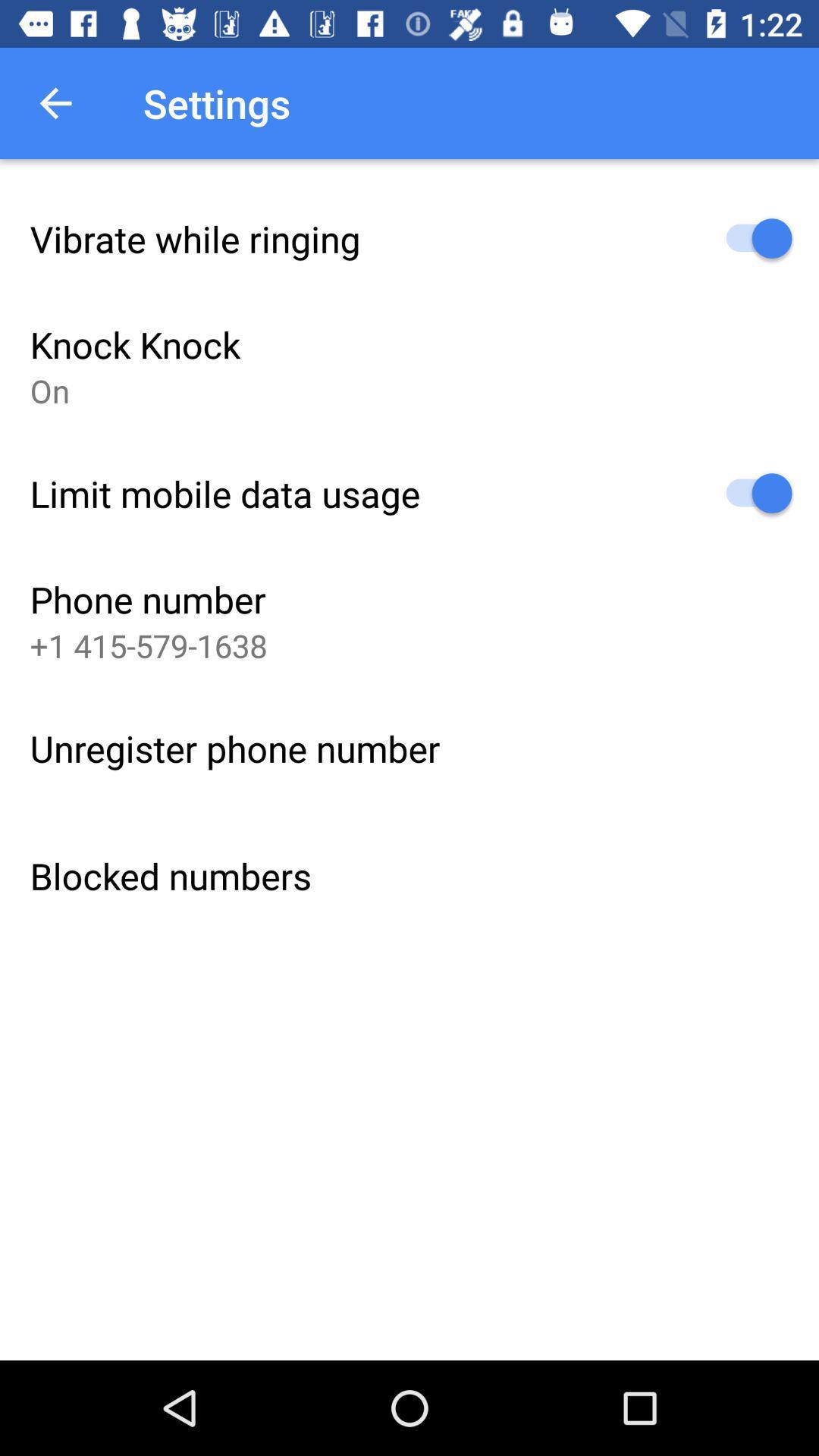 The height and width of the screenshot is (1456, 819). Describe the element at coordinates (225, 494) in the screenshot. I see `the limit mobile data` at that location.